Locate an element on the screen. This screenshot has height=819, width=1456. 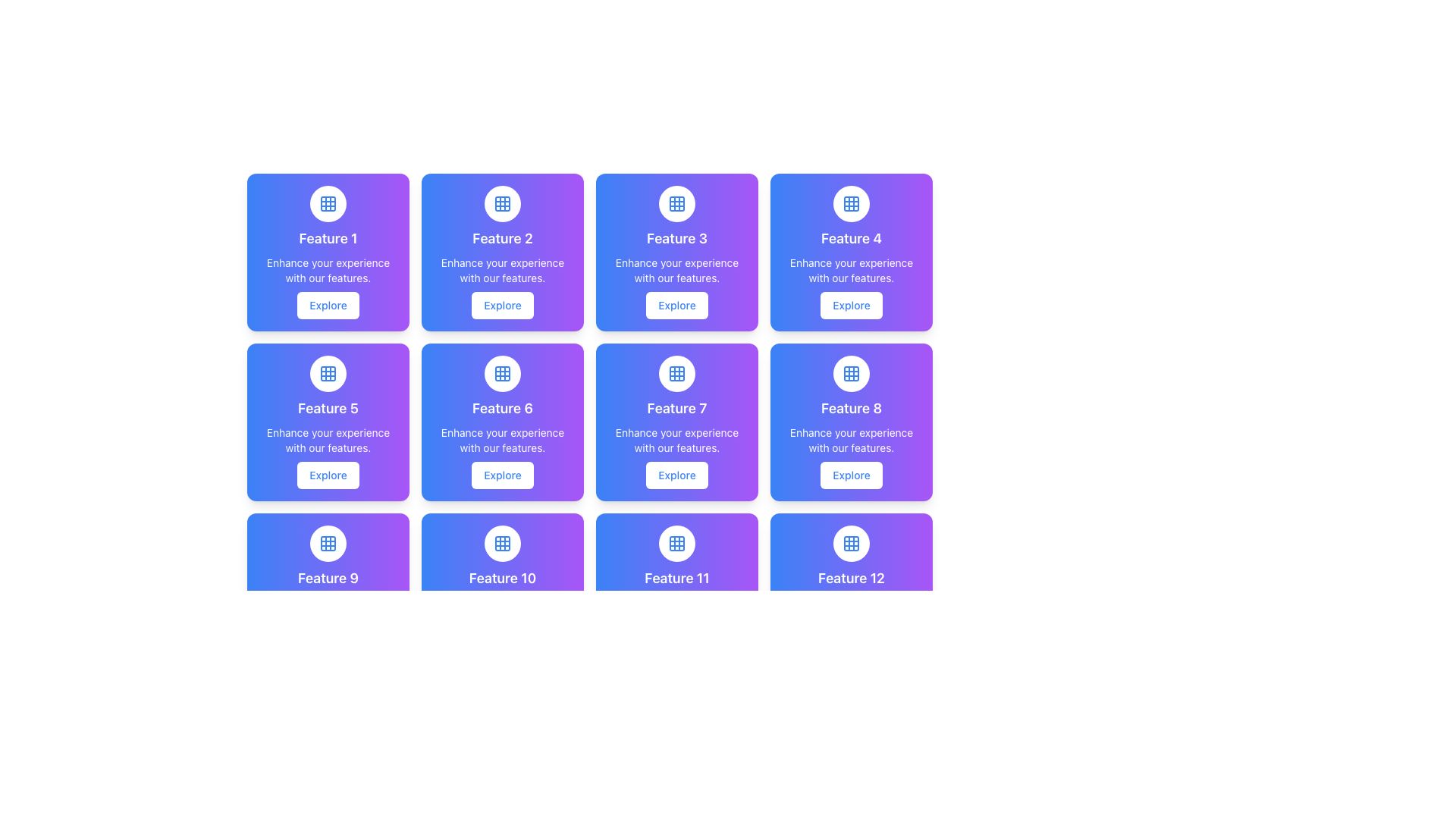
the Decorative square within the grid icon, which is located at the center of the grid structure in the Feature 5 block is located at coordinates (327, 374).